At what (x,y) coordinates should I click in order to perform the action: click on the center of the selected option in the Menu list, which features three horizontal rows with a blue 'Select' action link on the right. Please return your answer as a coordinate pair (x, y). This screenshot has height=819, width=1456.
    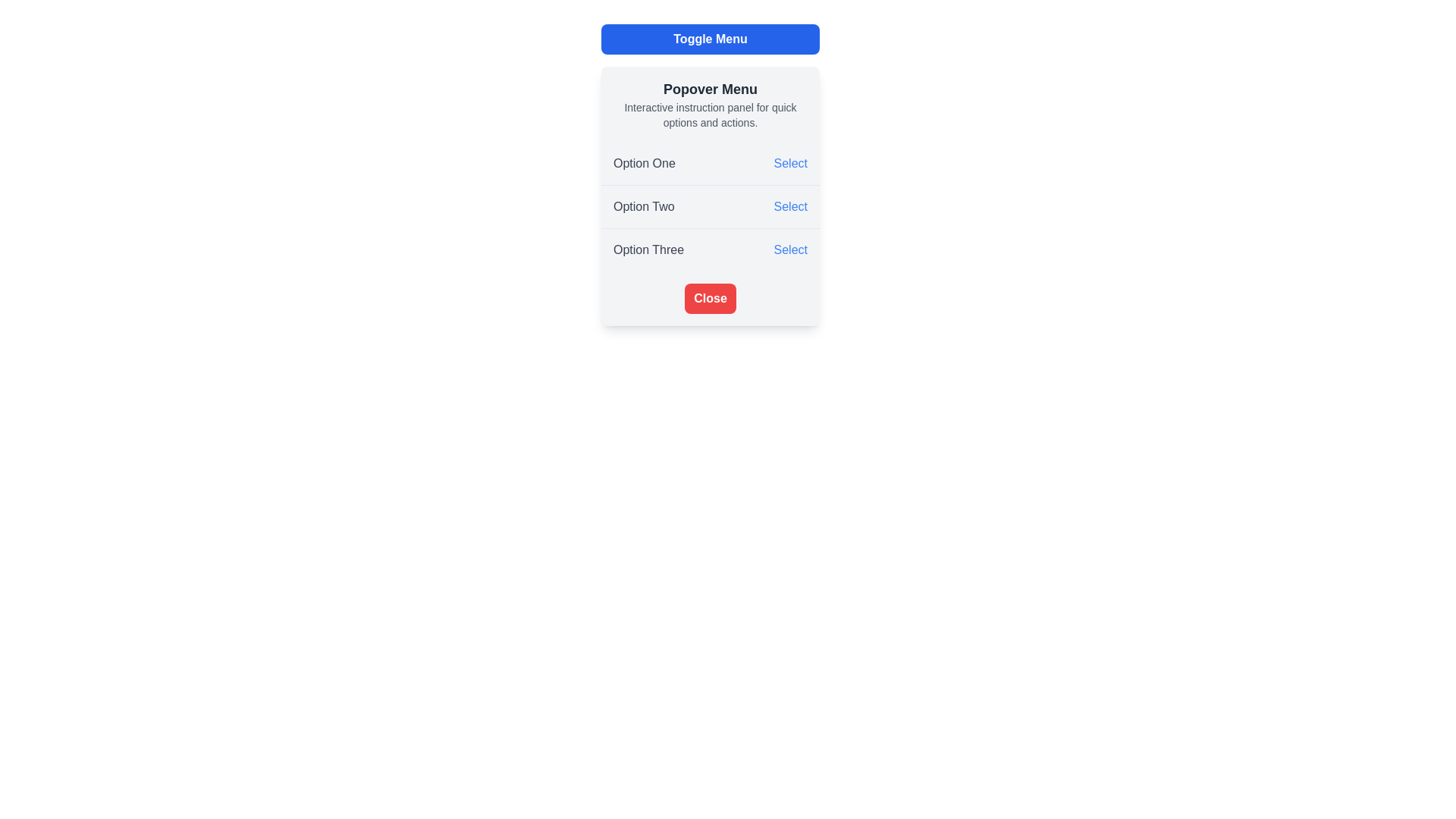
    Looking at the image, I should click on (709, 207).